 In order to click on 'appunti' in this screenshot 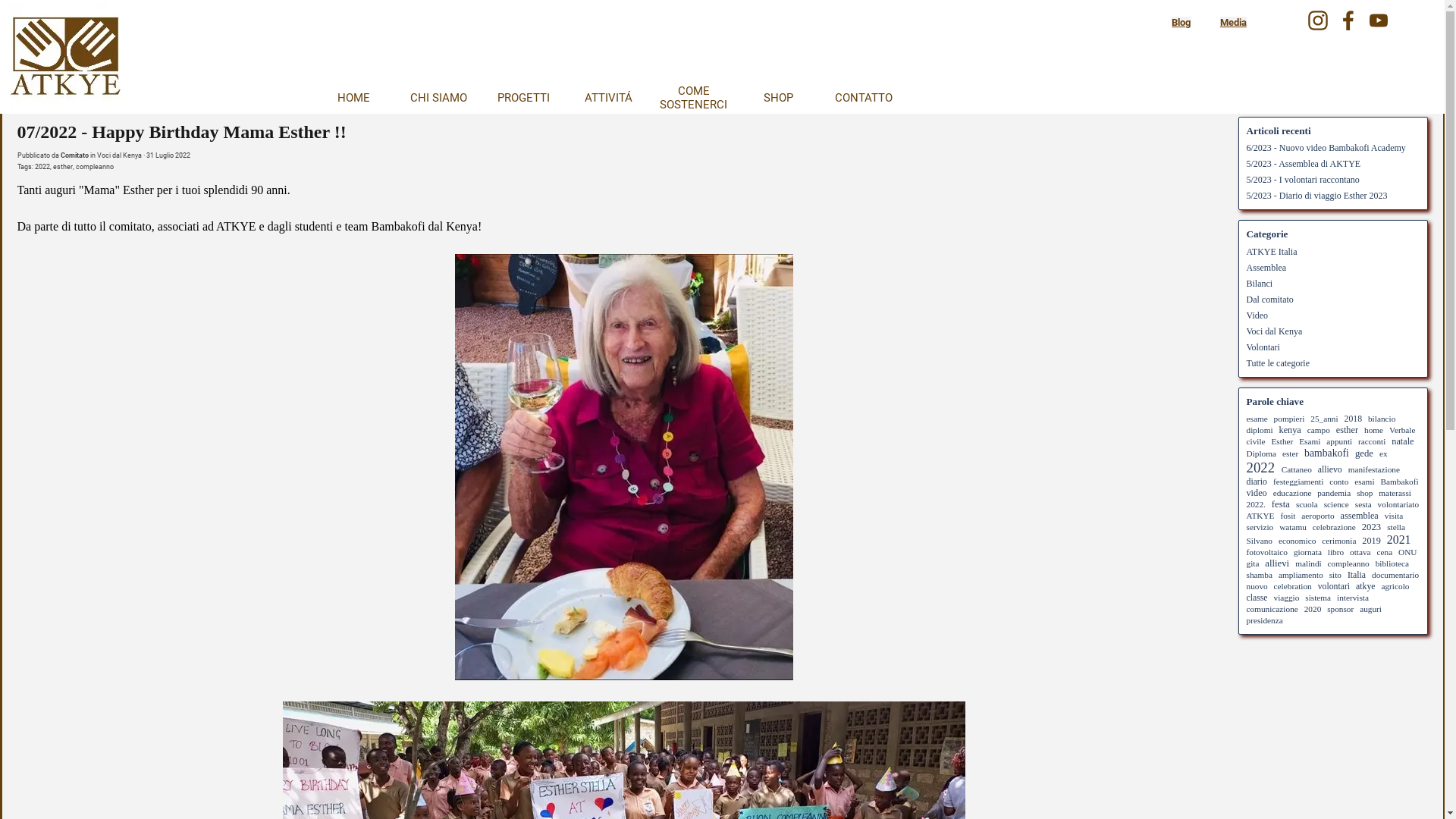, I will do `click(1325, 441)`.